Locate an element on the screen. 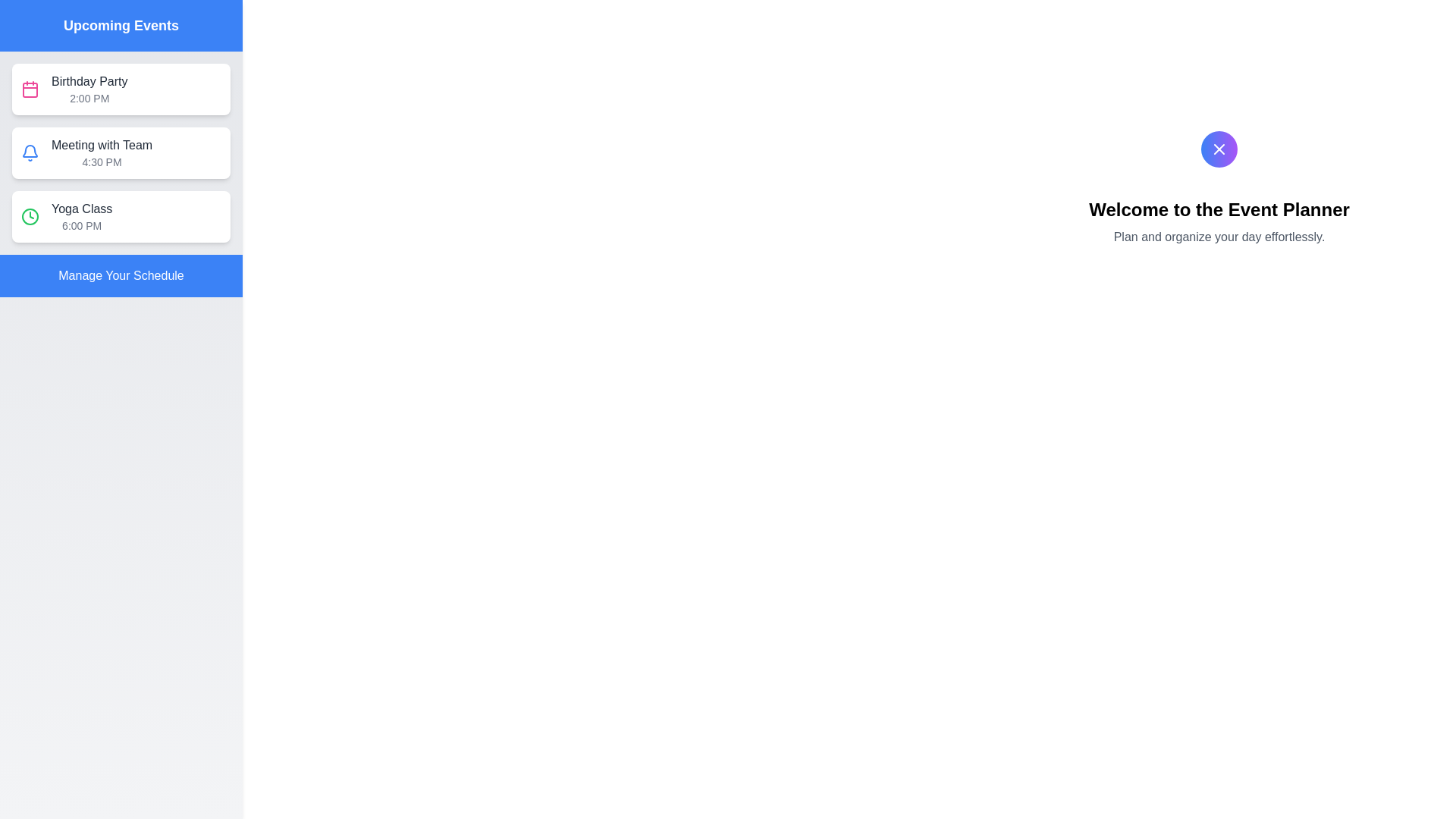  the close or cancel button, which is centered horizontally and located slightly above the 'Welcome to the Event Planner' text is located at coordinates (1219, 149).